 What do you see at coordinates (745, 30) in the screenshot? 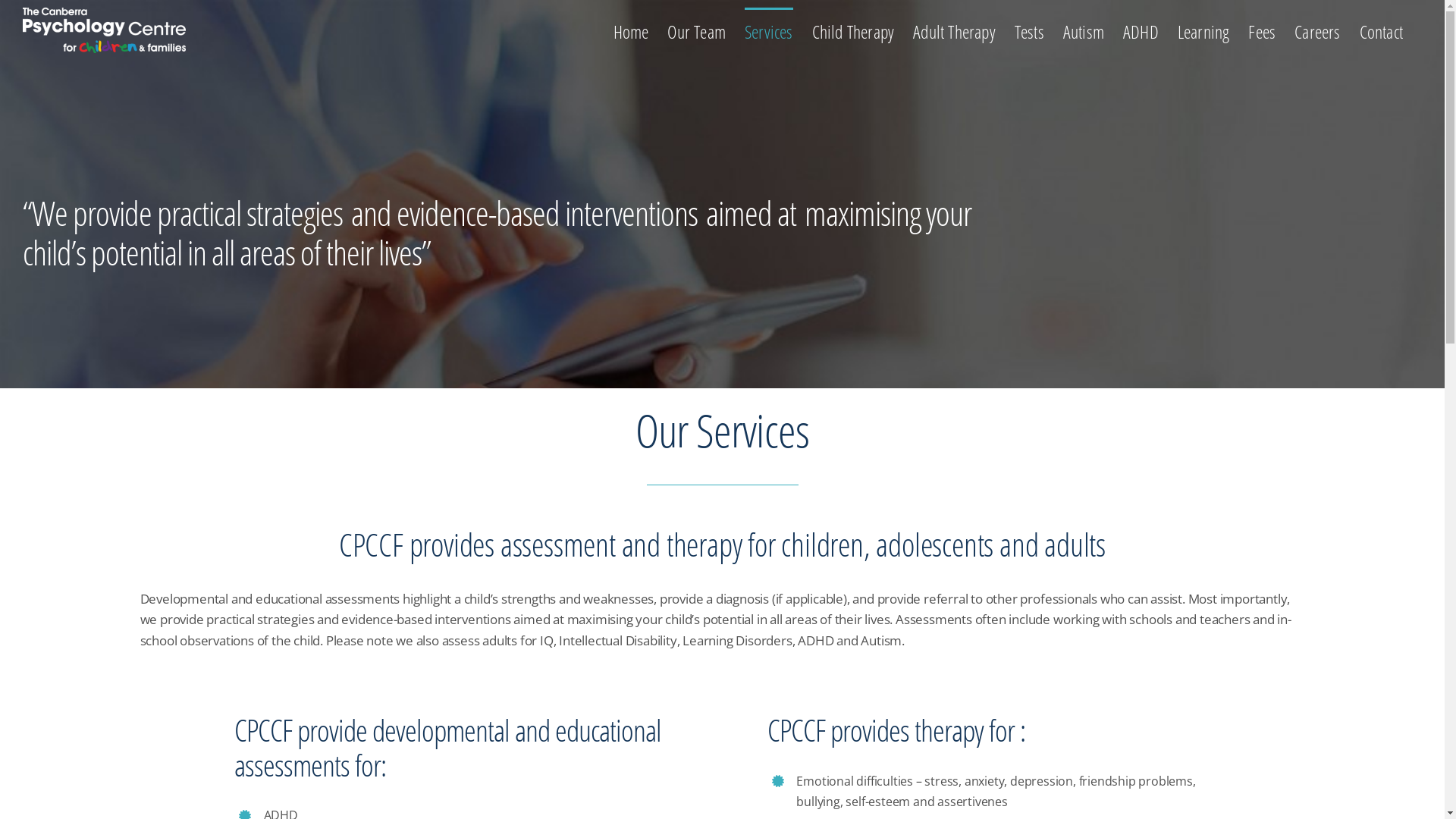
I see `'Services'` at bounding box center [745, 30].